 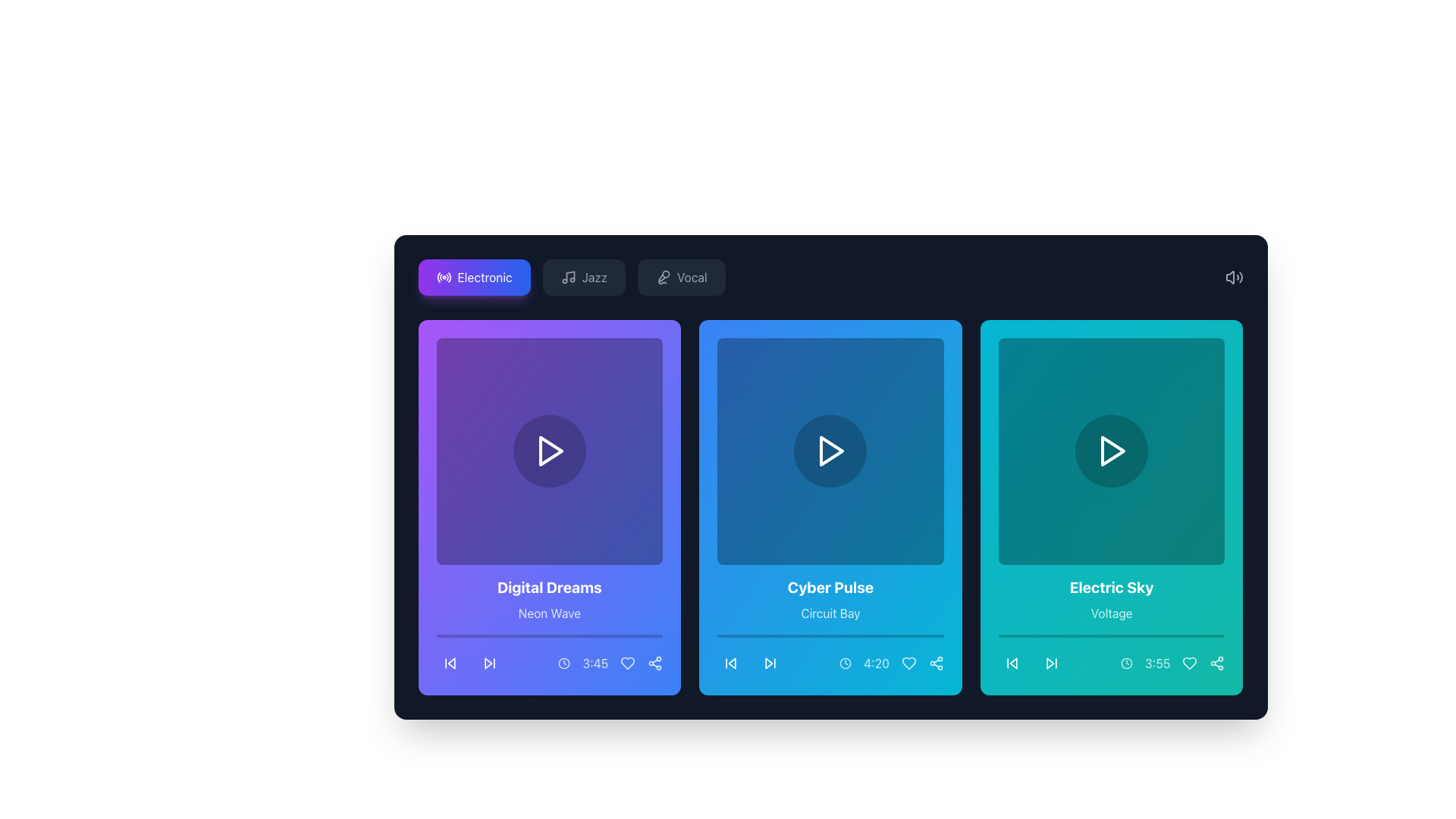 I want to click on the time duration display text label associated with the 'Cyber Pulse' card, located in the control section to the right of the clock icon, so click(x=877, y=662).